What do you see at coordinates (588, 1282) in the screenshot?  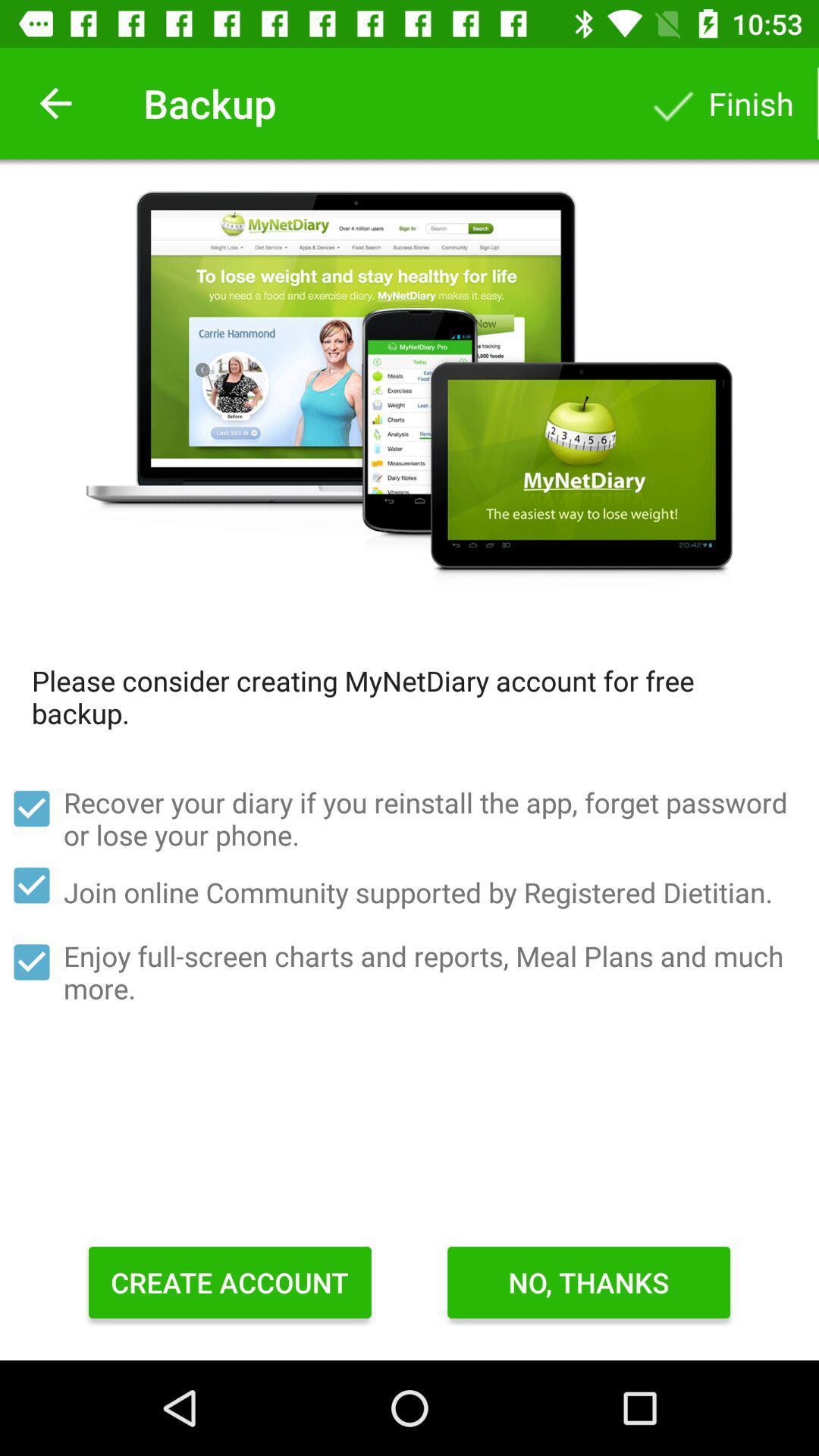 I see `item below the enjoy full screen item` at bounding box center [588, 1282].